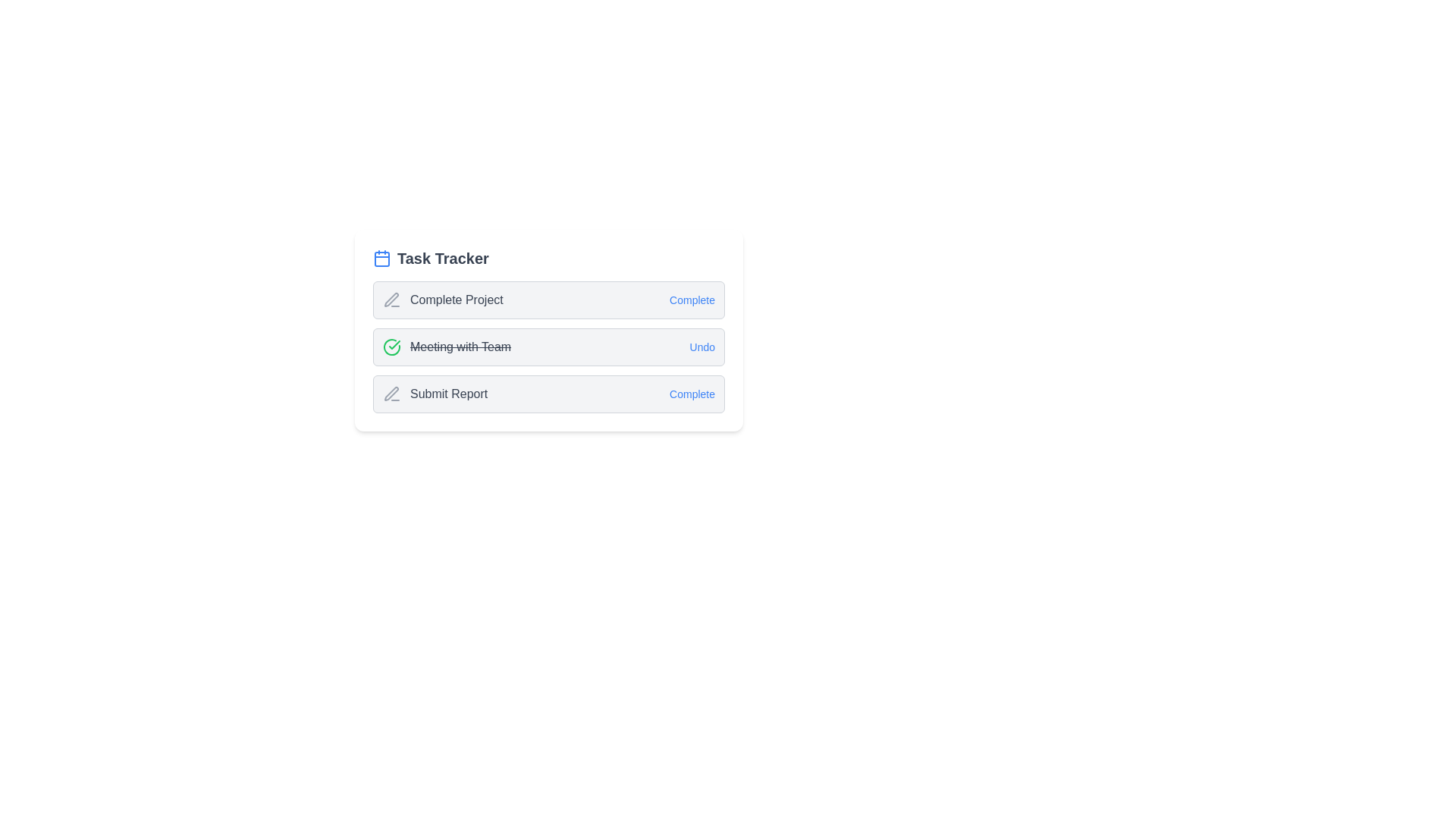 This screenshot has height=819, width=1456. I want to click on the text element 'Meeting with Team', which has a gray font and a strikethrough effect, indicating it represents a completed task, so click(460, 347).